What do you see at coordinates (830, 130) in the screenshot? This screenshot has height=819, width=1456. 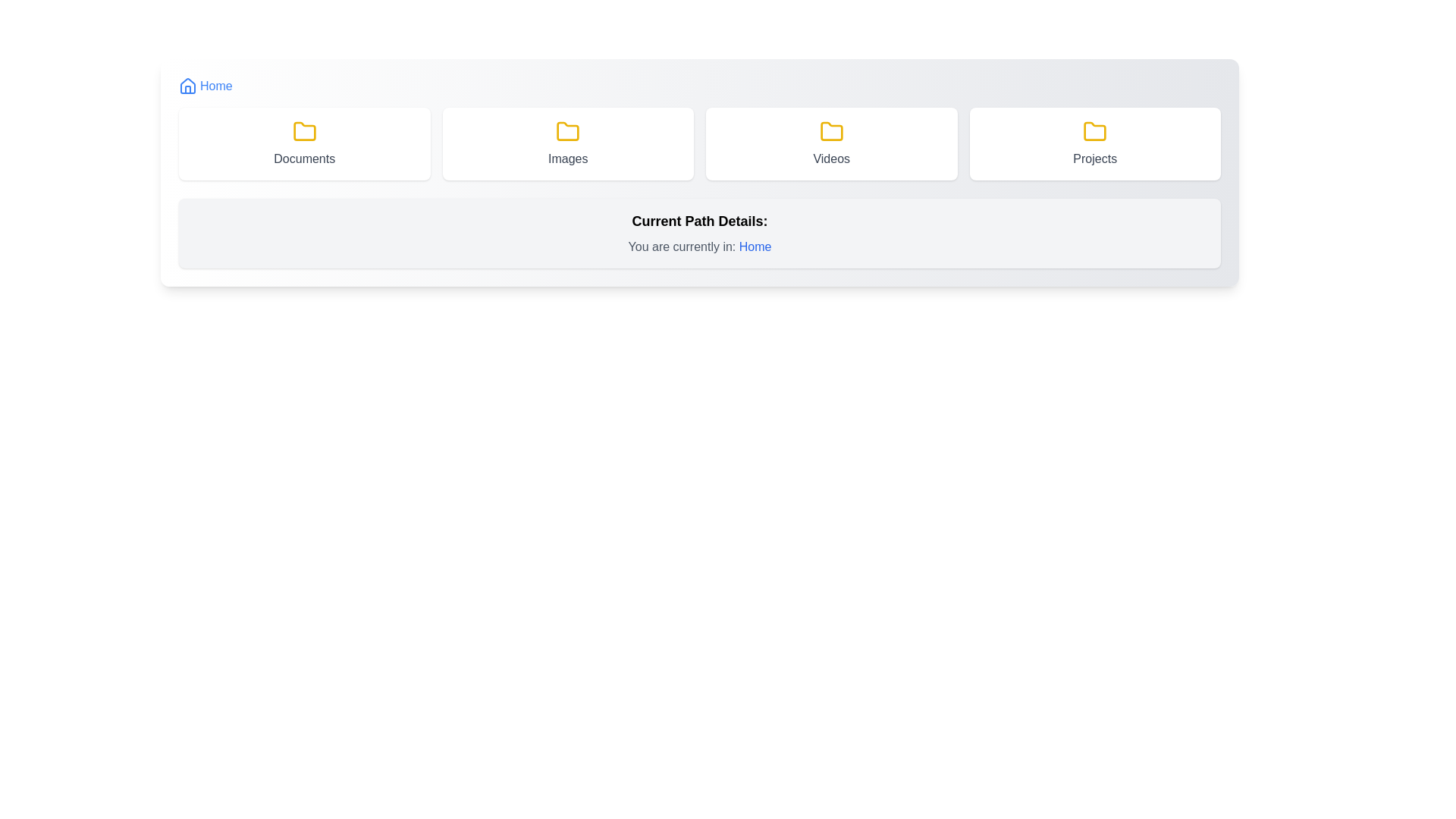 I see `the folder icon representing the 'Videos' category, which is located between the 'Images' section on the left and the 'Projects' section on the right` at bounding box center [830, 130].